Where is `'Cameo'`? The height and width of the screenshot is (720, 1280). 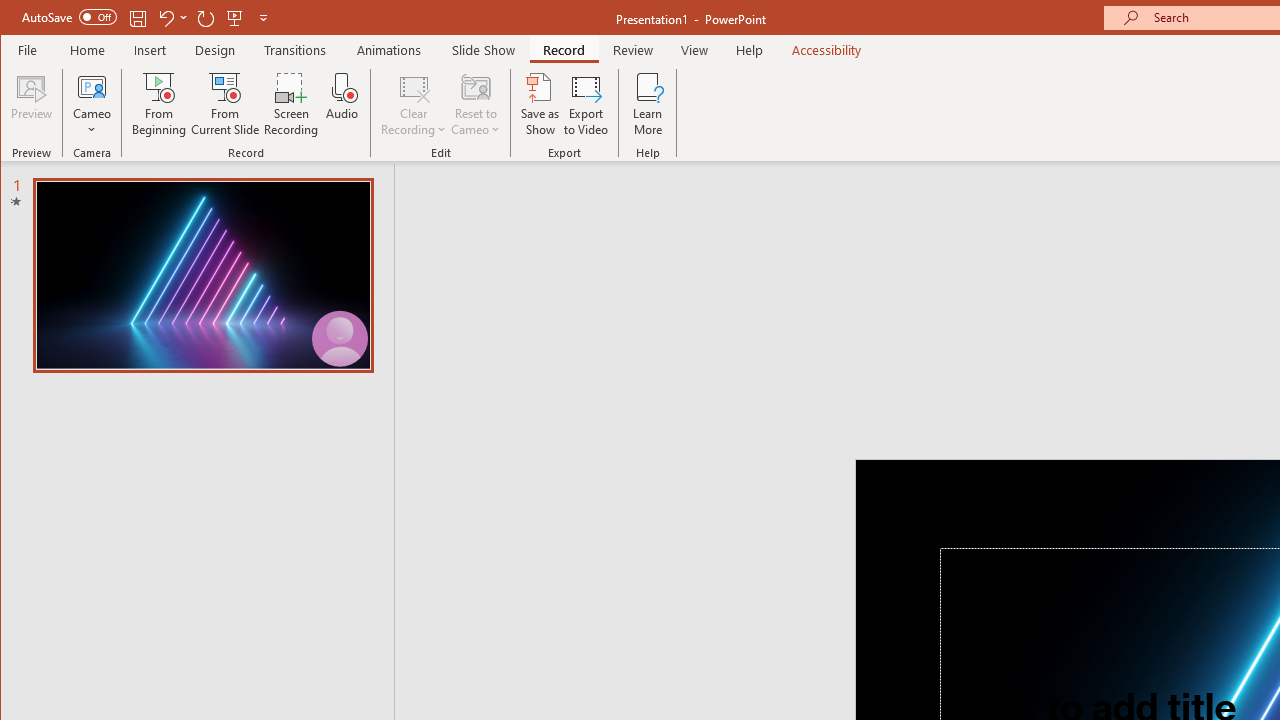
'Cameo' is located at coordinates (91, 104).